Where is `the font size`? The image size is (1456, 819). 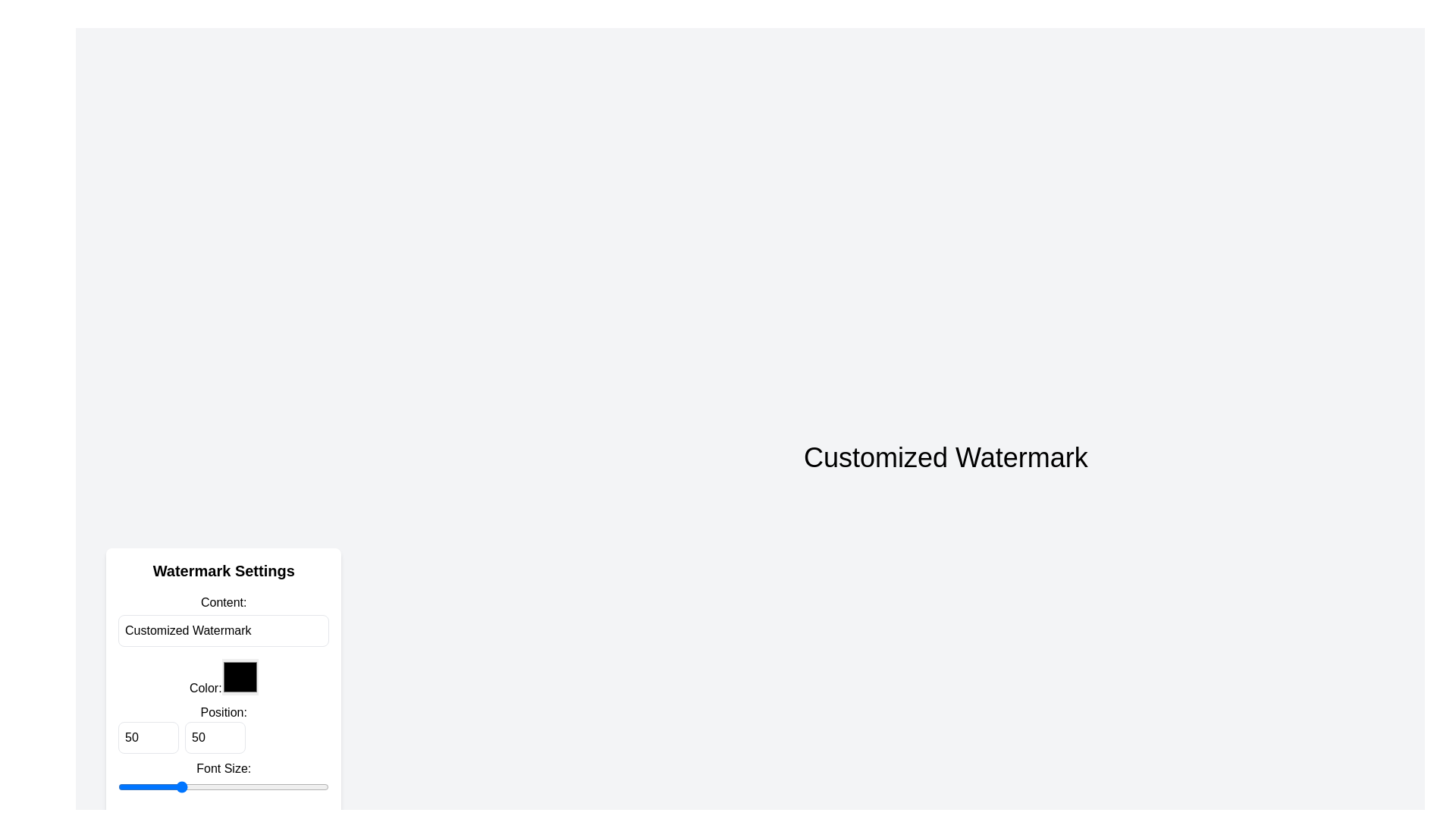
the font size is located at coordinates (158, 786).